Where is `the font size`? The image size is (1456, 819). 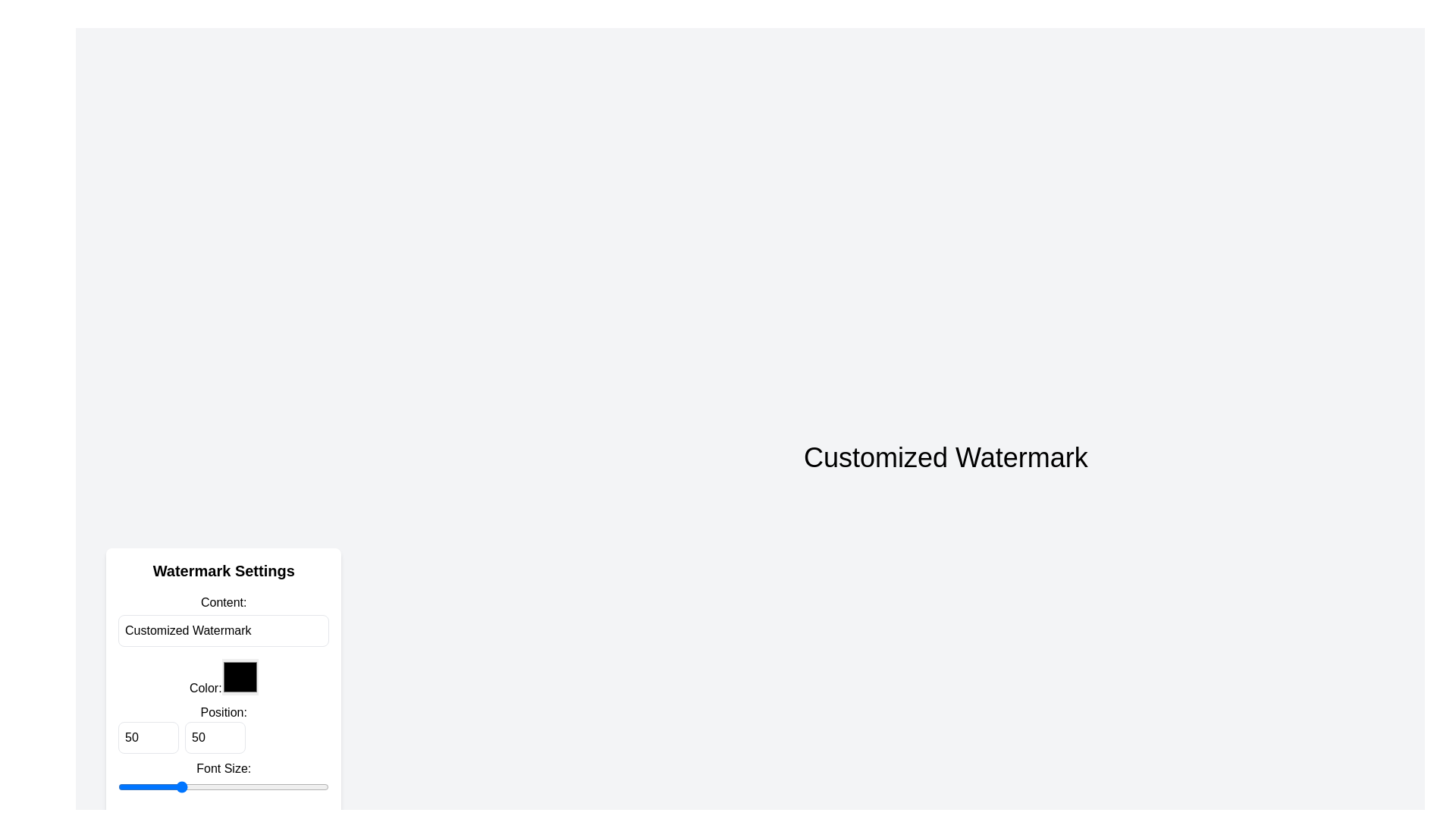
the font size is located at coordinates (158, 786).